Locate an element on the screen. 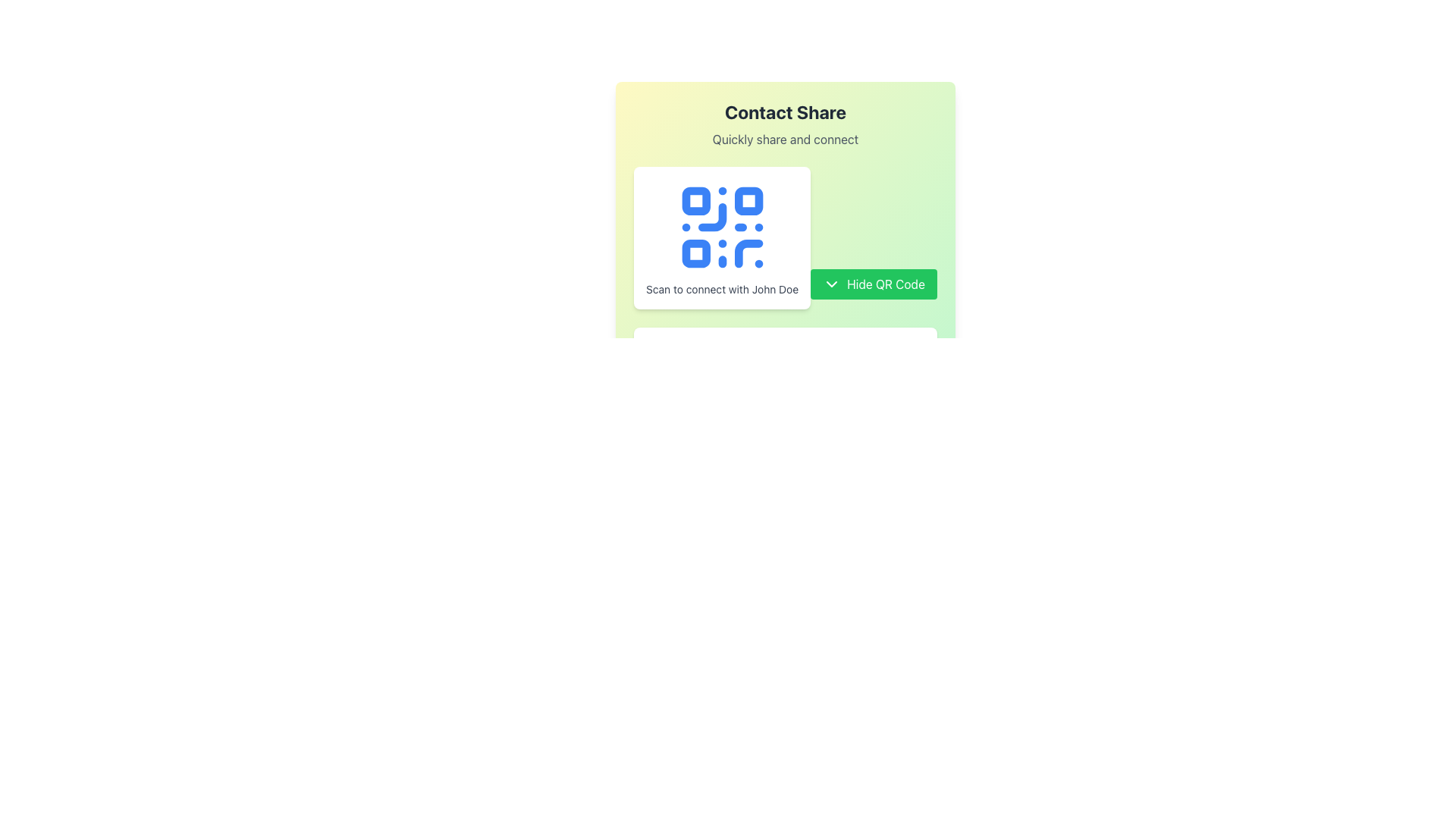 This screenshot has height=819, width=1456. text from the Text Block that summarizes or highlights the functionality of the feature, positioned below the 'Contact Share' title is located at coordinates (786, 140).